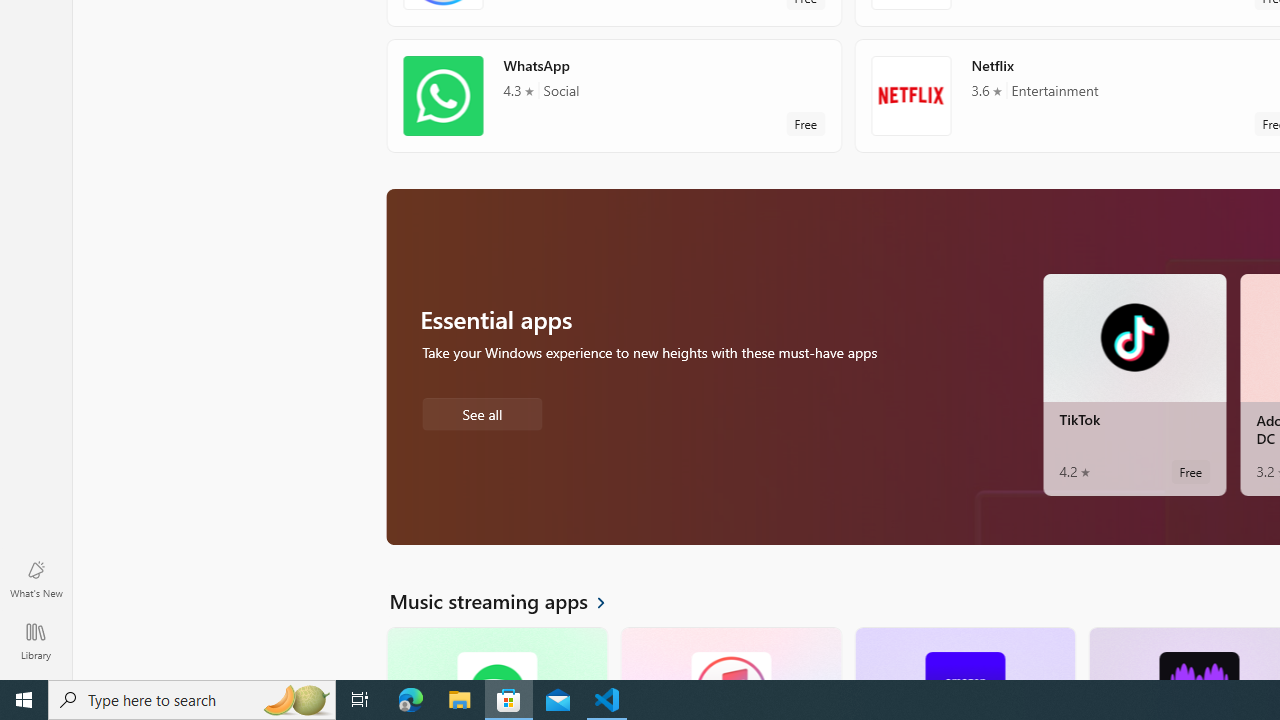  I want to click on 'iTunes. Average rating of 2.5 out of five stars. Free  ', so click(729, 653).